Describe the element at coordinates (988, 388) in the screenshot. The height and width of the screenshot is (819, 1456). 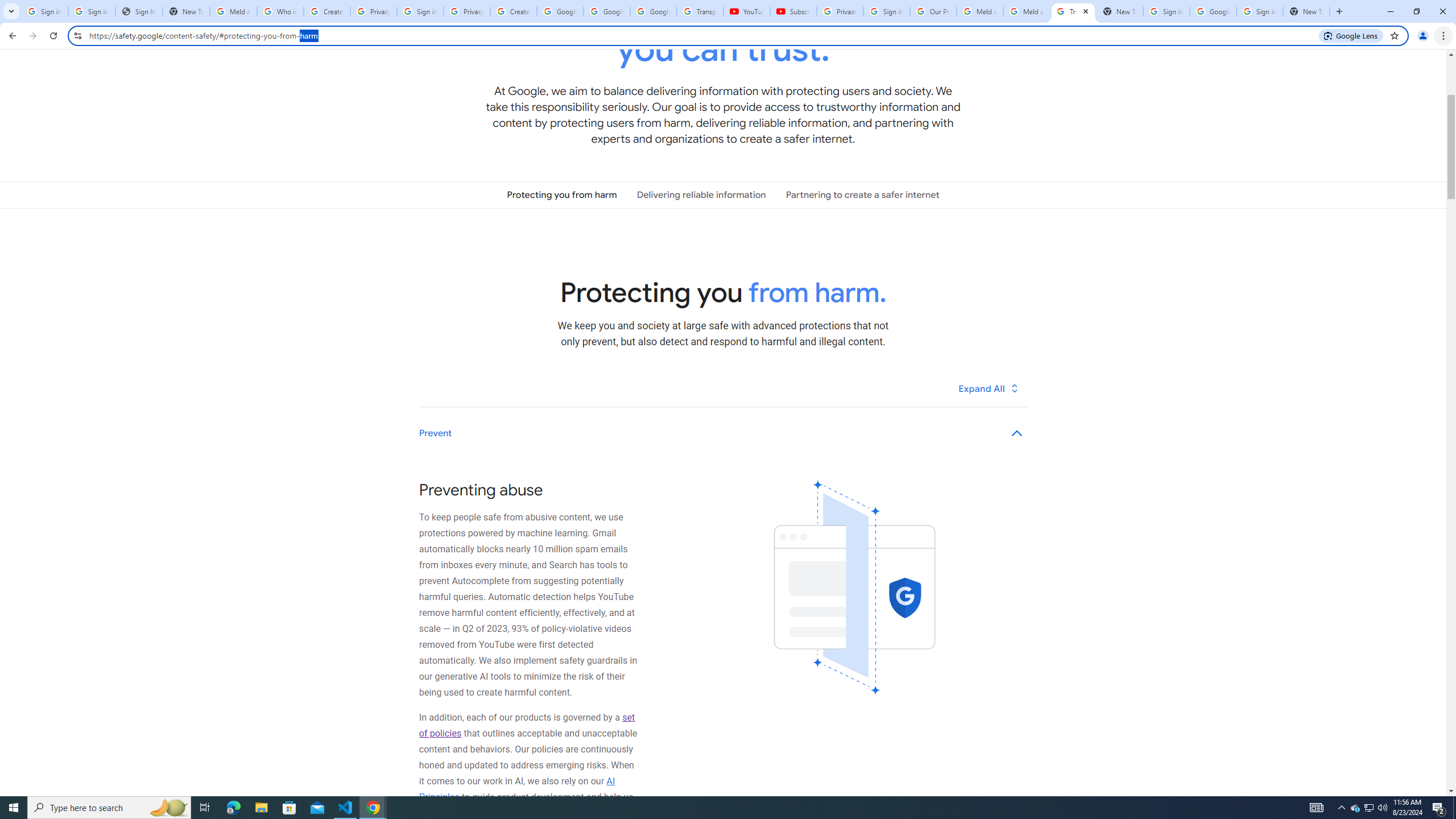
I see `'Expand All'` at that location.